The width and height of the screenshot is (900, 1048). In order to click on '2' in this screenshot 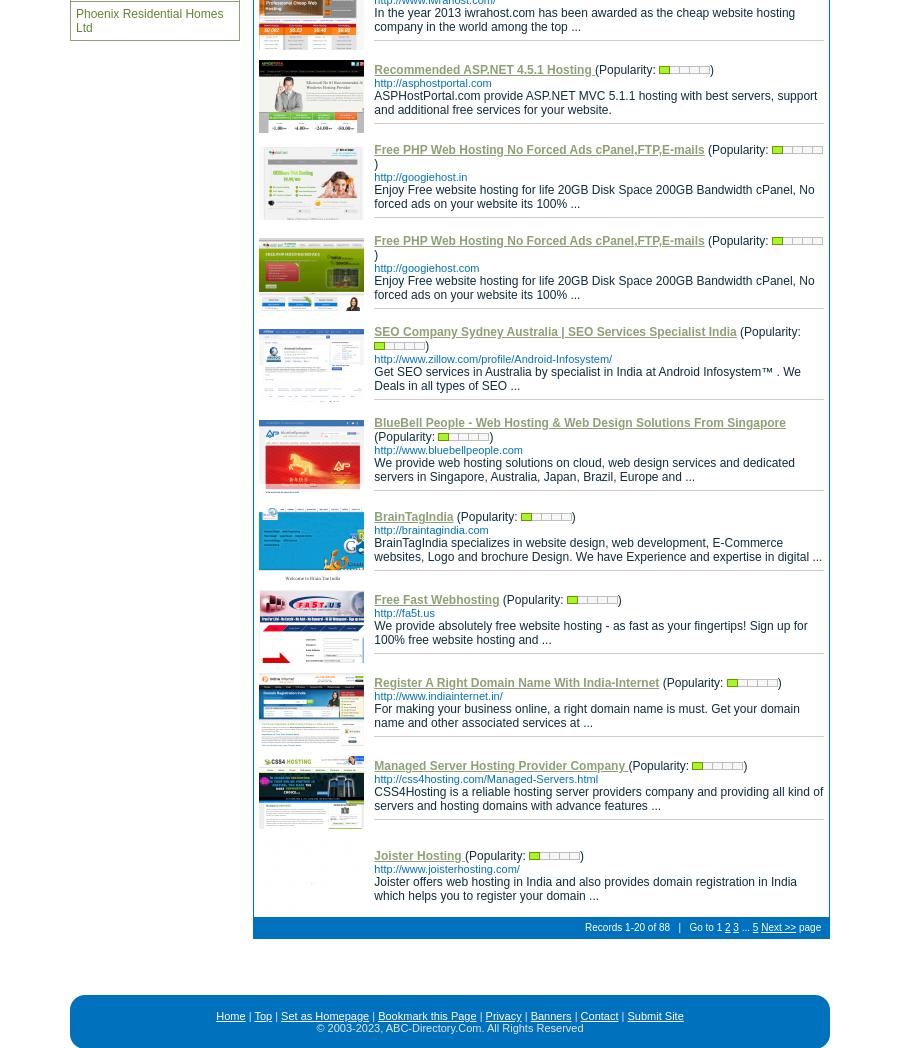, I will do `click(726, 927)`.